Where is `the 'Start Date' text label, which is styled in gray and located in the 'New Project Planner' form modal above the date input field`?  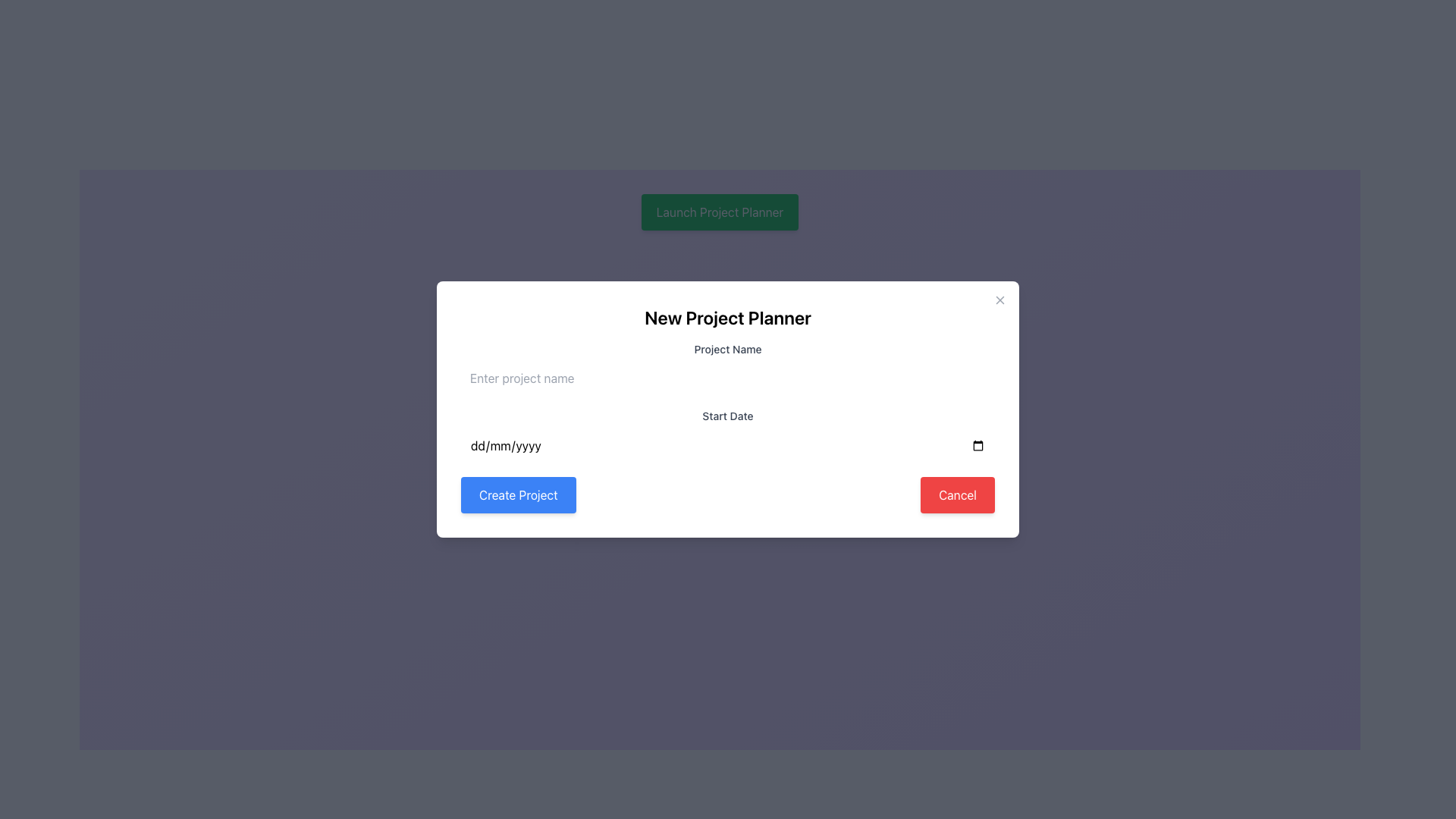
the 'Start Date' text label, which is styled in gray and located in the 'New Project Planner' form modal above the date input field is located at coordinates (728, 416).